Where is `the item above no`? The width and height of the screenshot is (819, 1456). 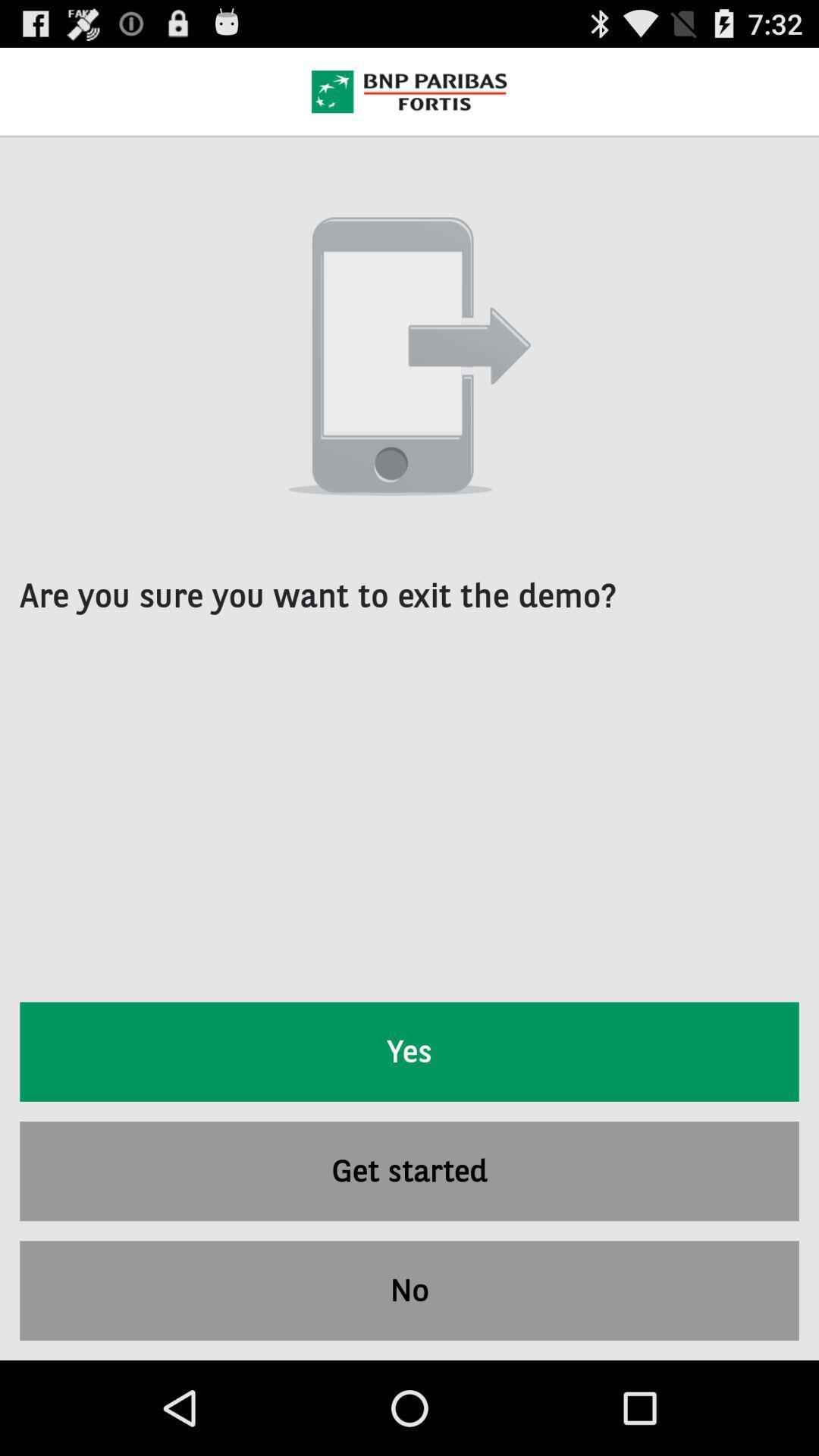 the item above no is located at coordinates (409, 1170).